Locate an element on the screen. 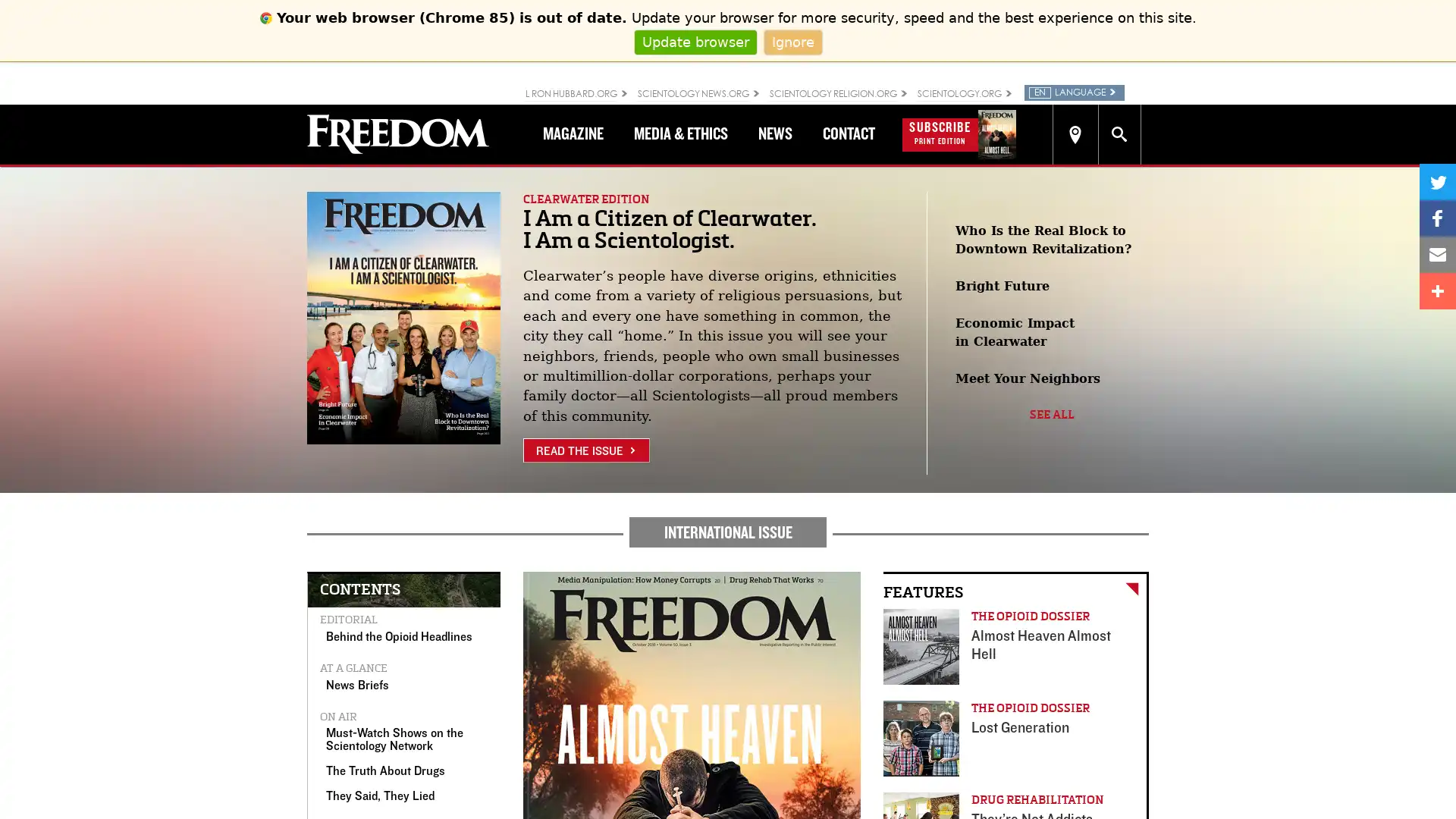 The image size is (1456, 819). READ THE ISSUE is located at coordinates (585, 450).